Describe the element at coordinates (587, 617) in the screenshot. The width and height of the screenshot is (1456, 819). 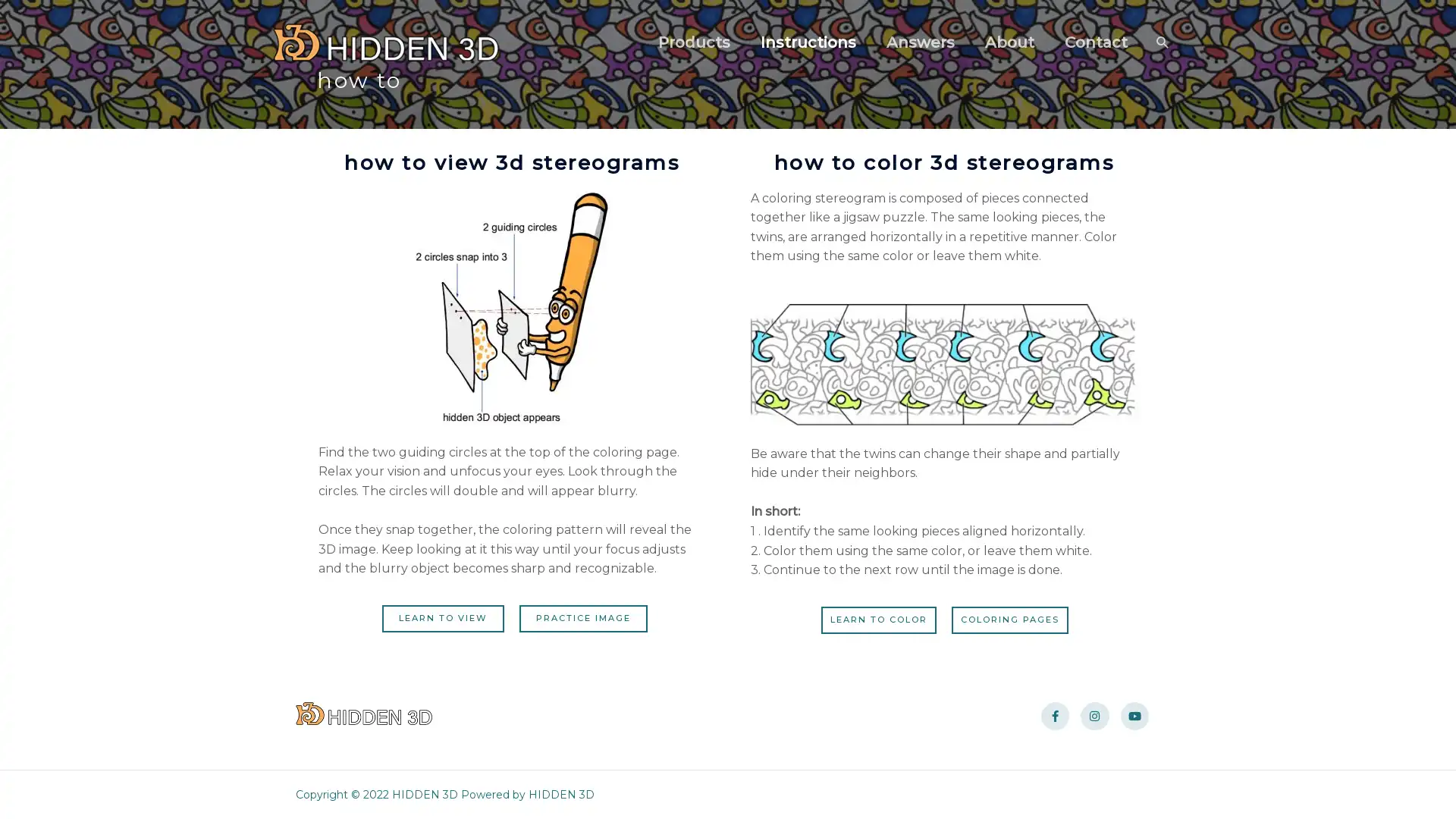
I see `PRACTICE IMAGE` at that location.